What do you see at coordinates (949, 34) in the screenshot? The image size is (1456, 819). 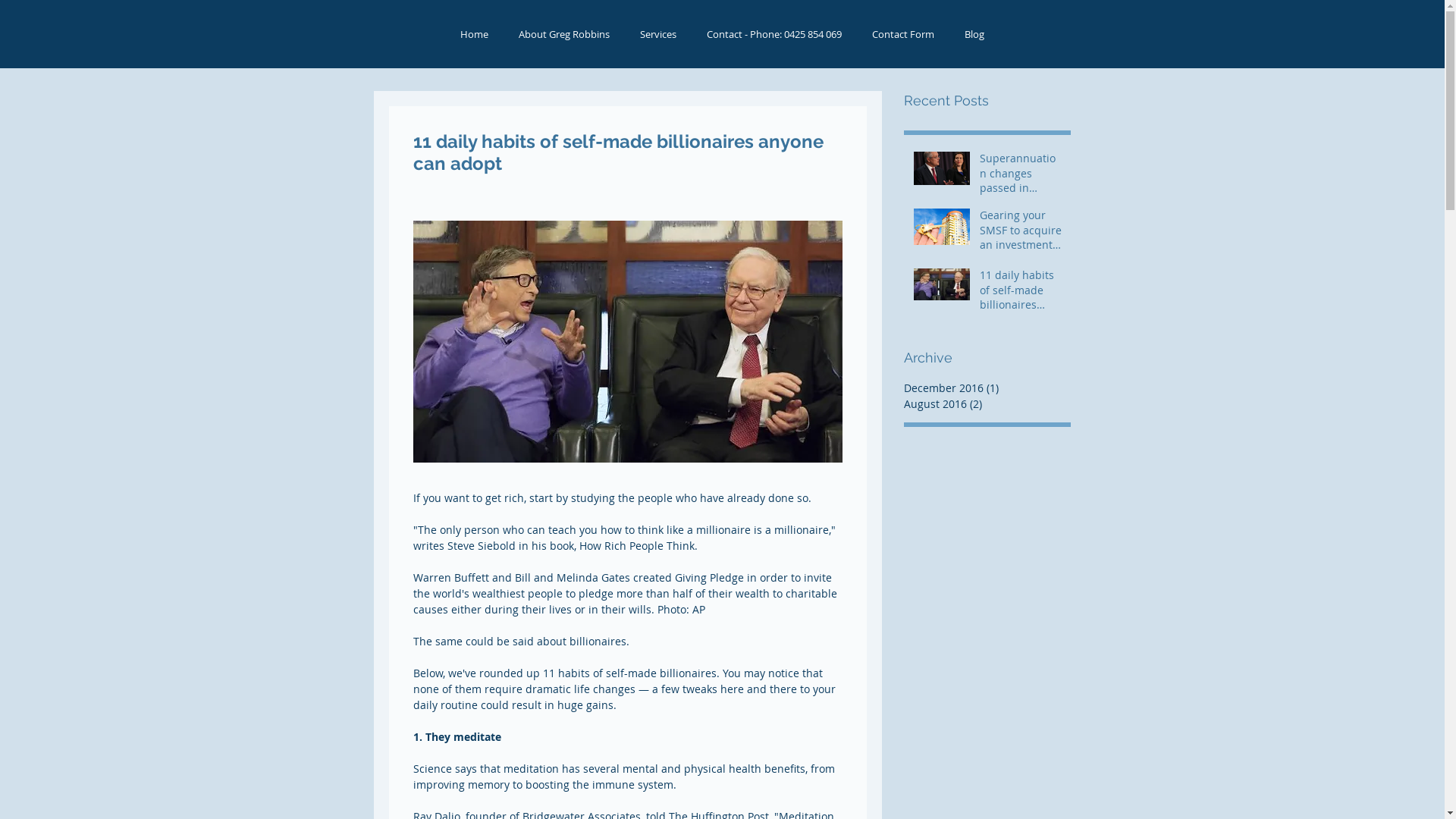 I see `'Blog'` at bounding box center [949, 34].